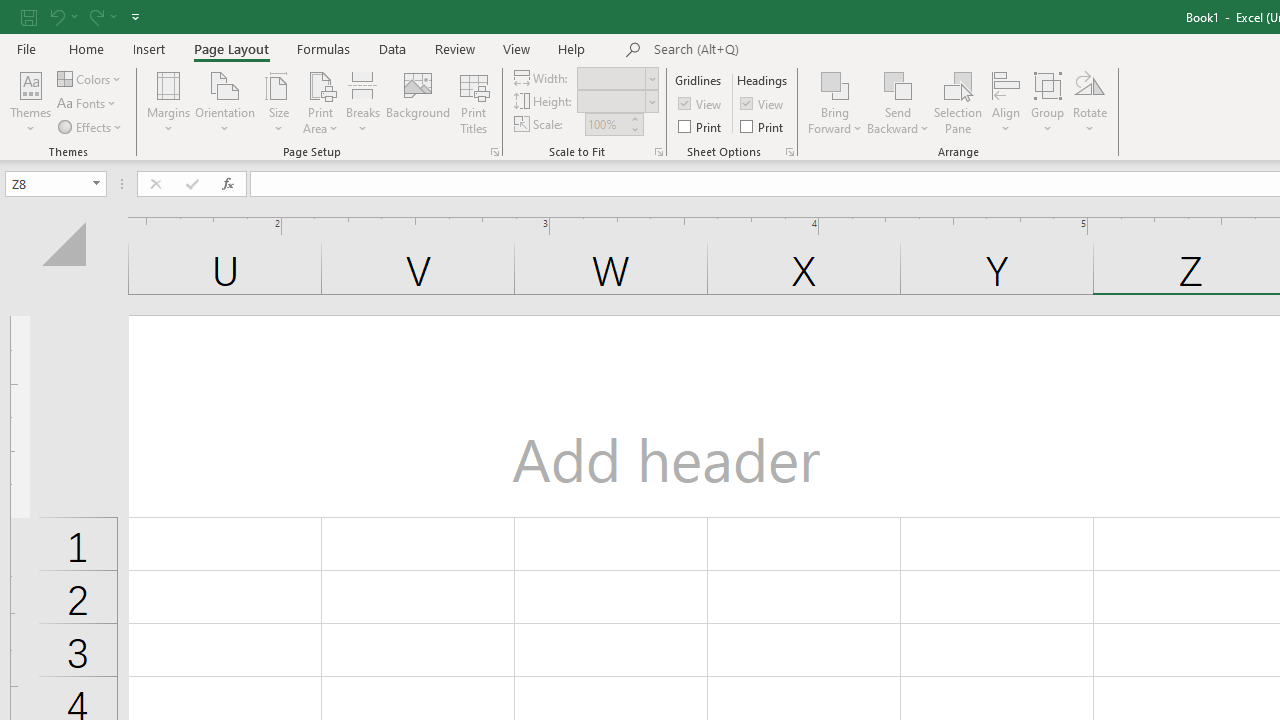  Describe the element at coordinates (362, 103) in the screenshot. I see `'Breaks'` at that location.